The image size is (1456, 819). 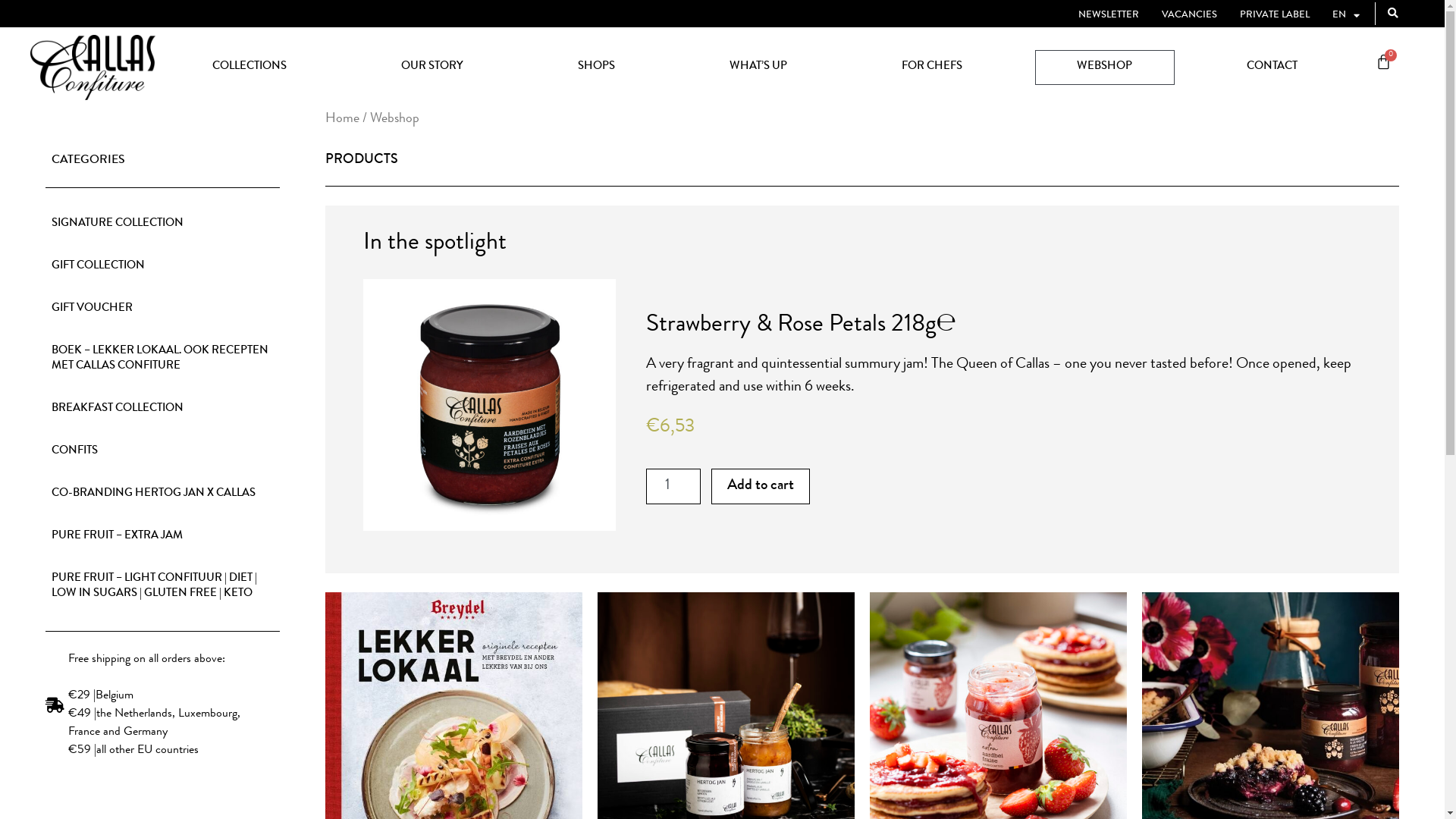 I want to click on 'Add to cart', so click(x=761, y=486).